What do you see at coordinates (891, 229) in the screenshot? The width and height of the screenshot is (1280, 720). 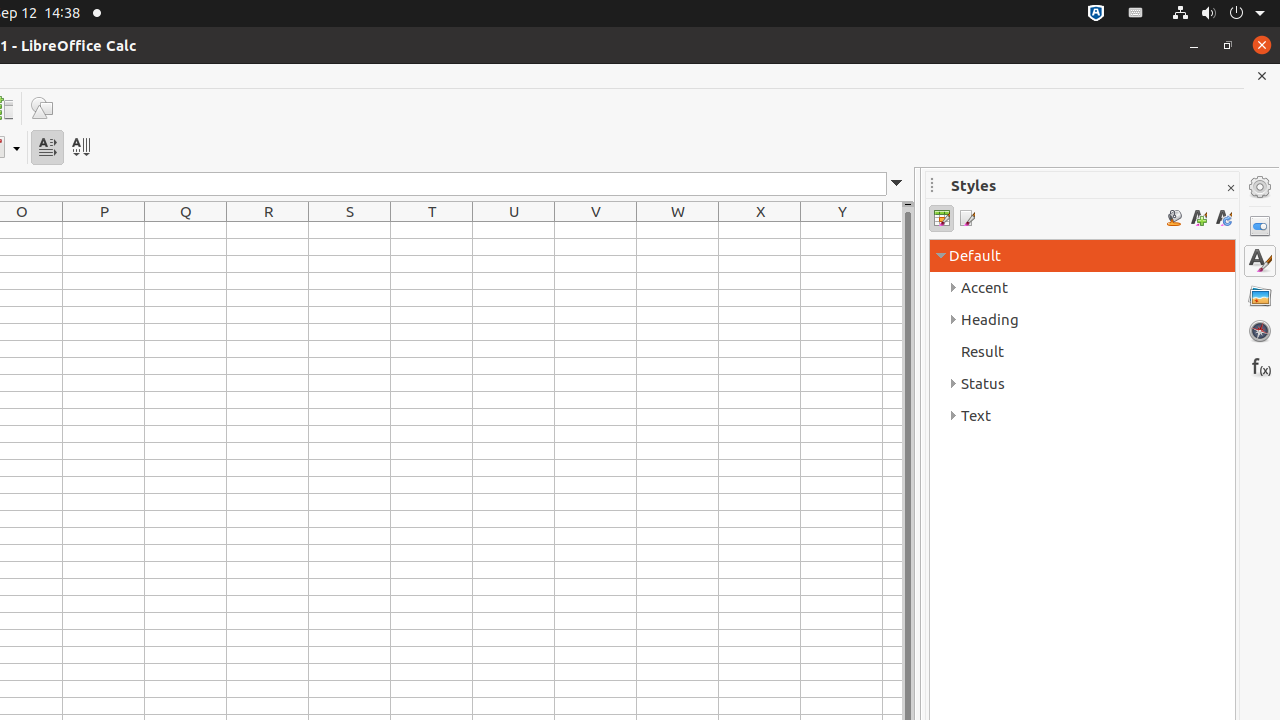 I see `'Z1'` at bounding box center [891, 229].